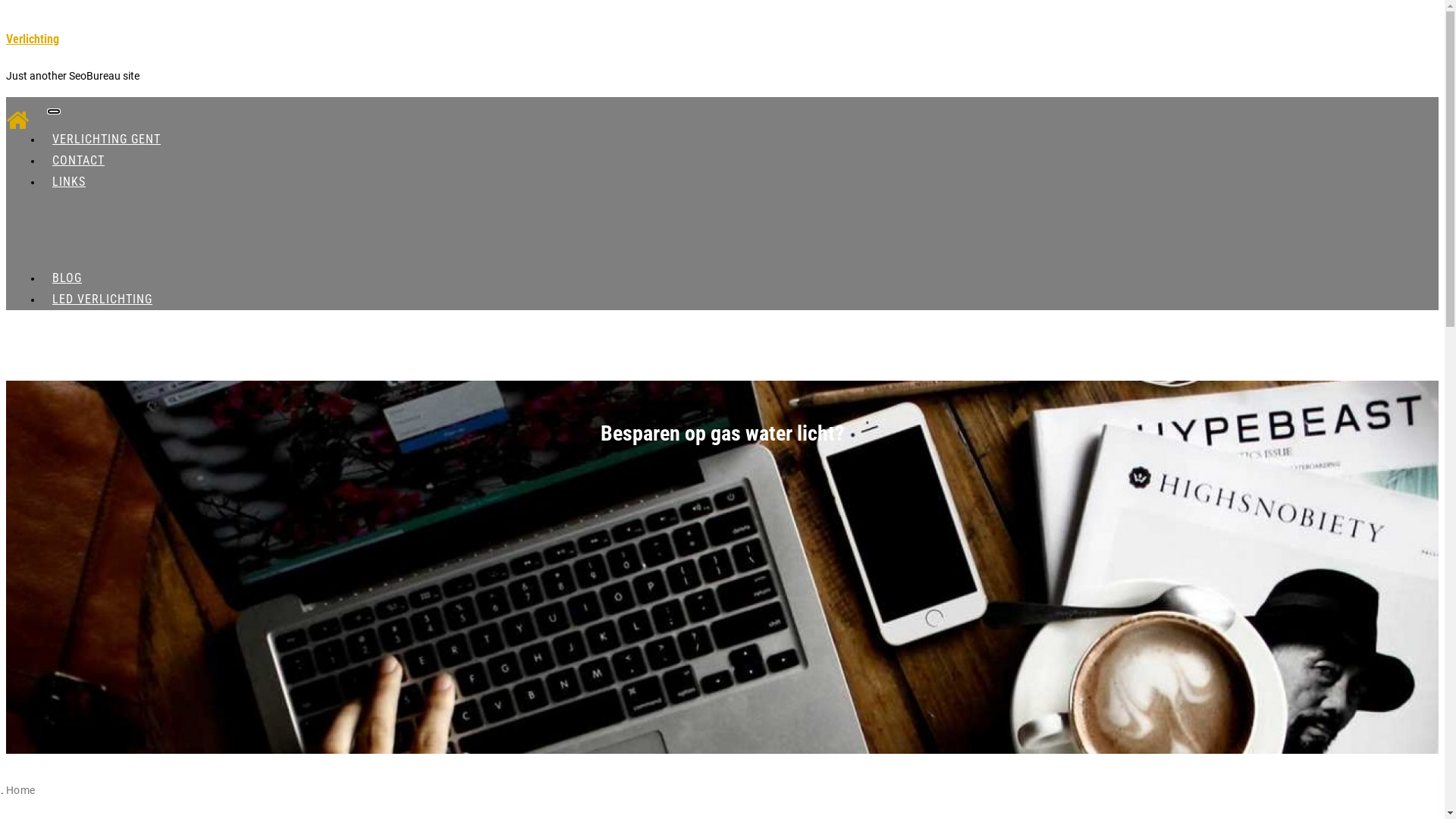 The image size is (1456, 819). Describe the element at coordinates (54, 110) in the screenshot. I see `'Toggle navigatie'` at that location.